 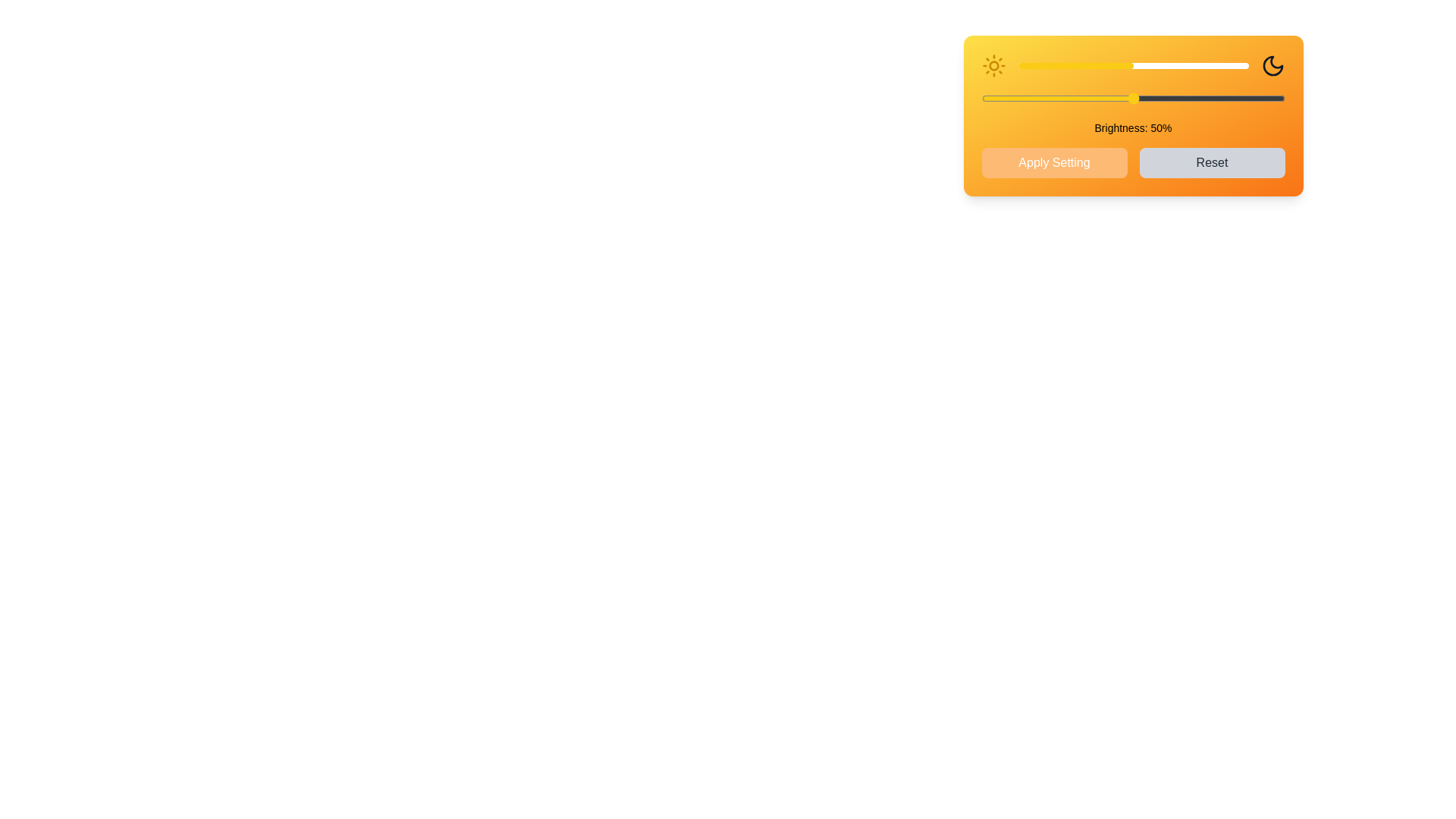 I want to click on the brightness slider to 60%, so click(x=1155, y=65).